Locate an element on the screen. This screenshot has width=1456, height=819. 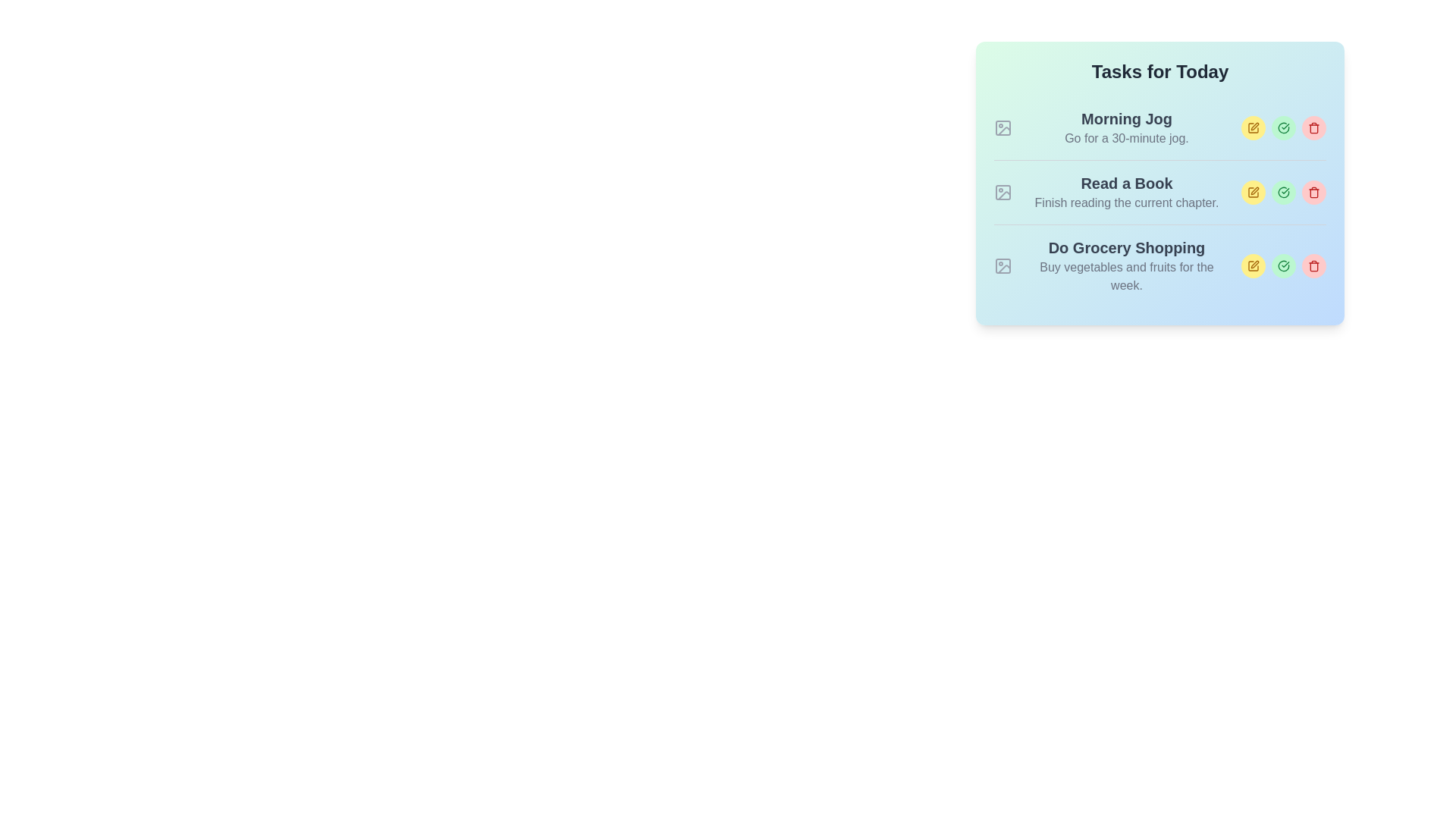
the red trash can button located at the far right of the second row in the 'Tasks for Today' card is located at coordinates (1313, 192).